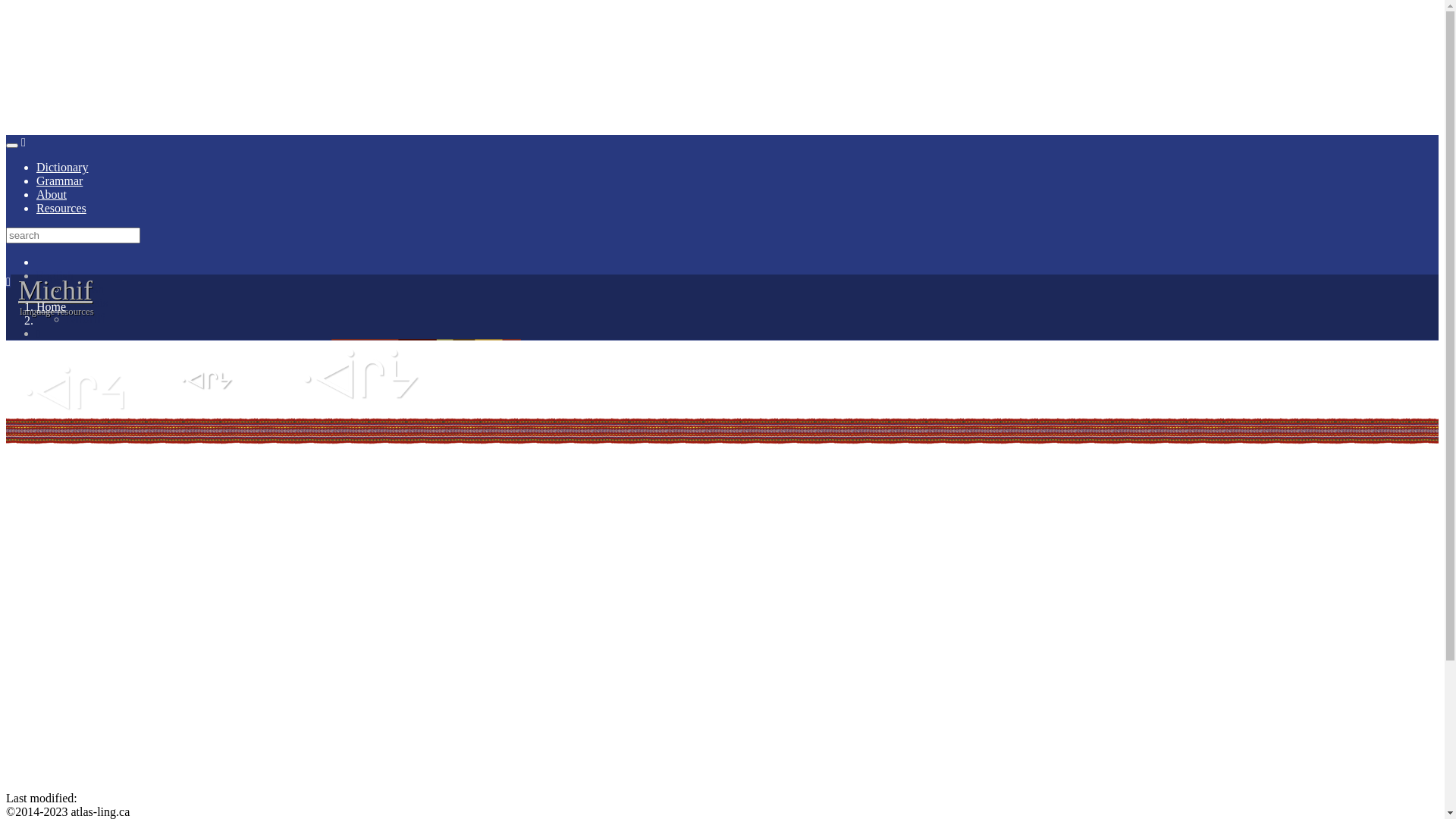  What do you see at coordinates (737, 332) in the screenshot?
I see `'0'` at bounding box center [737, 332].